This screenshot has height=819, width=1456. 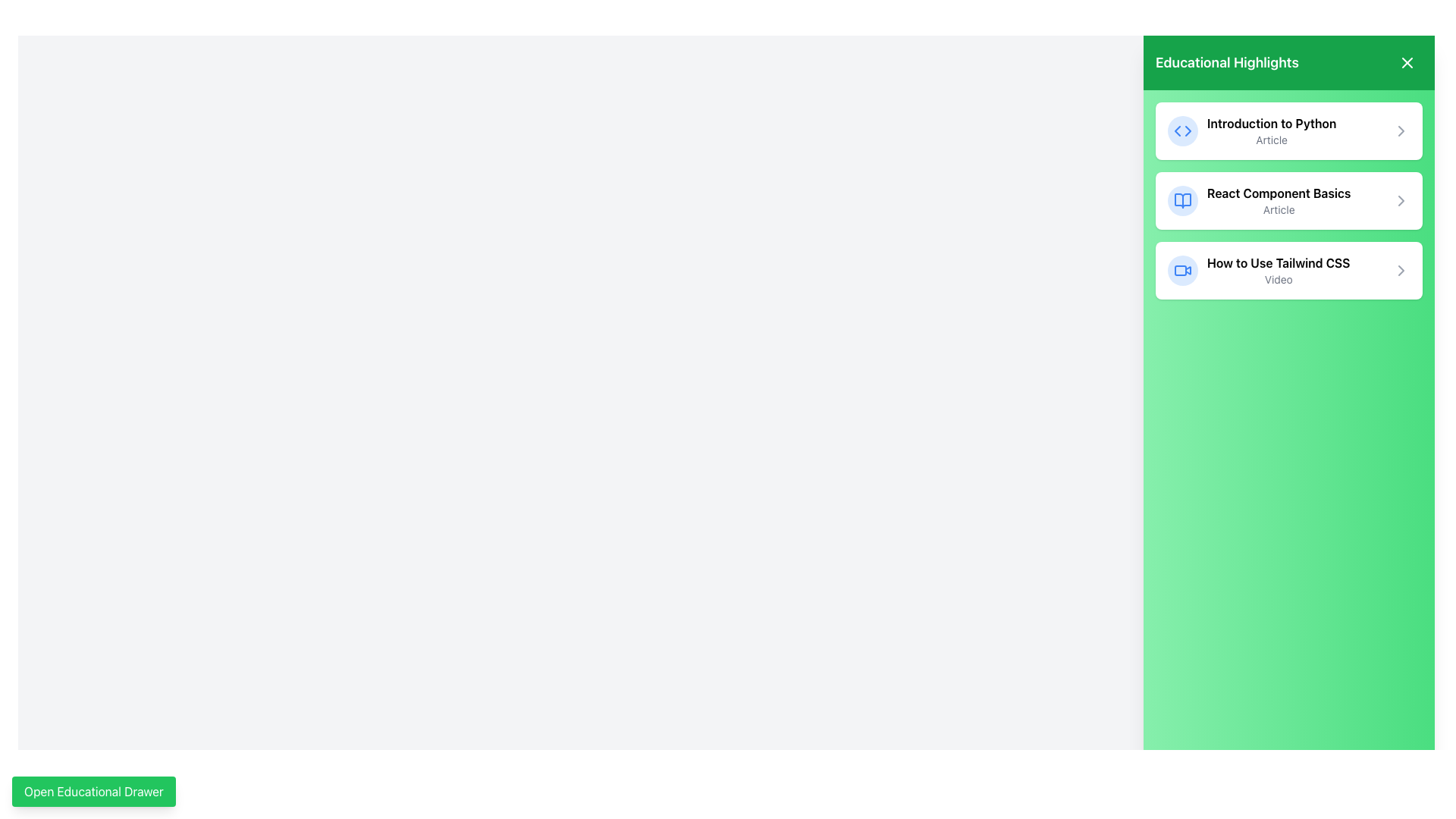 I want to click on the uppermost text label in the green side panel that indicates the subject of the educational highlights list, so click(x=1272, y=122).